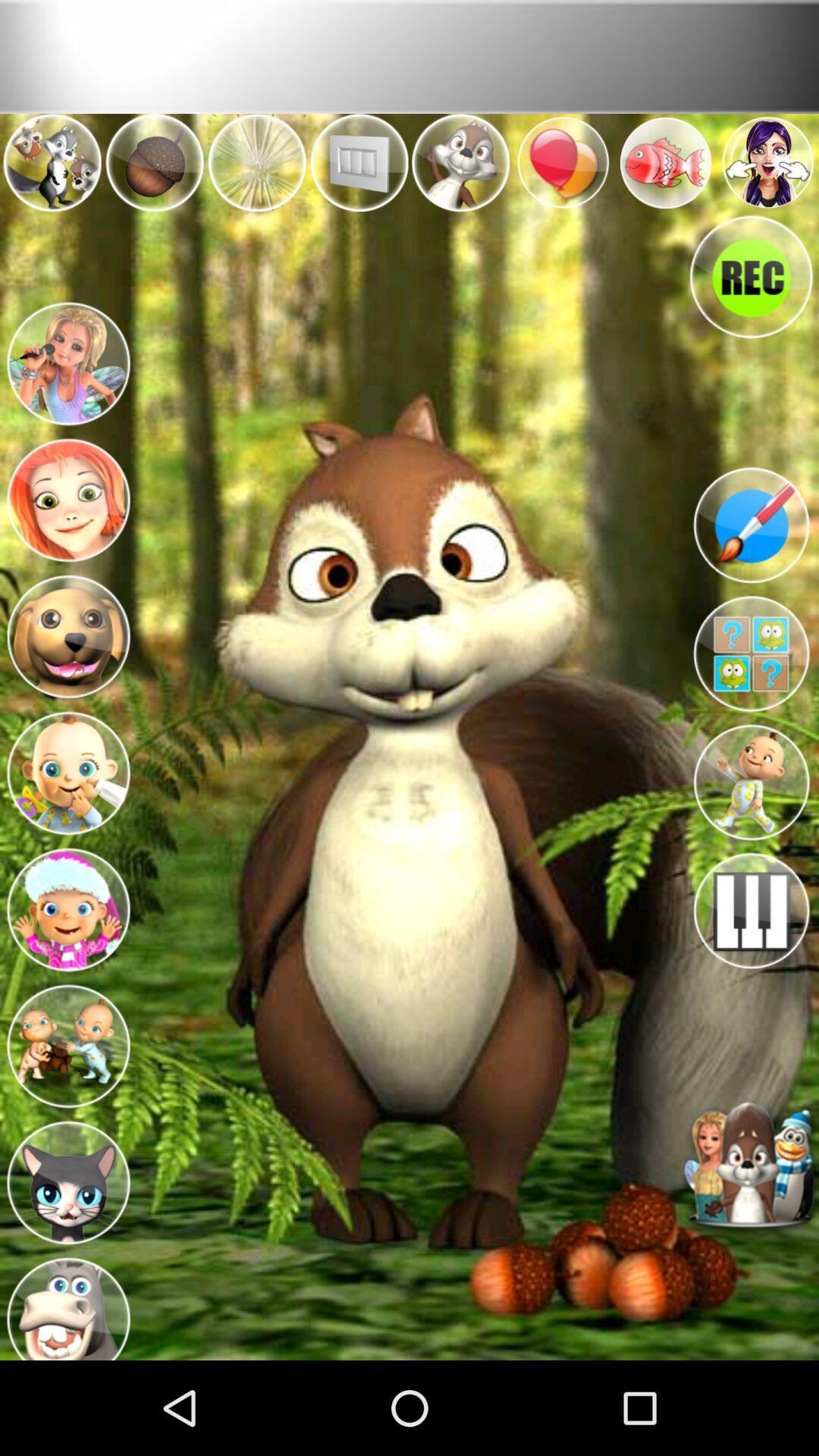  What do you see at coordinates (67, 1302) in the screenshot?
I see `change to hippo` at bounding box center [67, 1302].